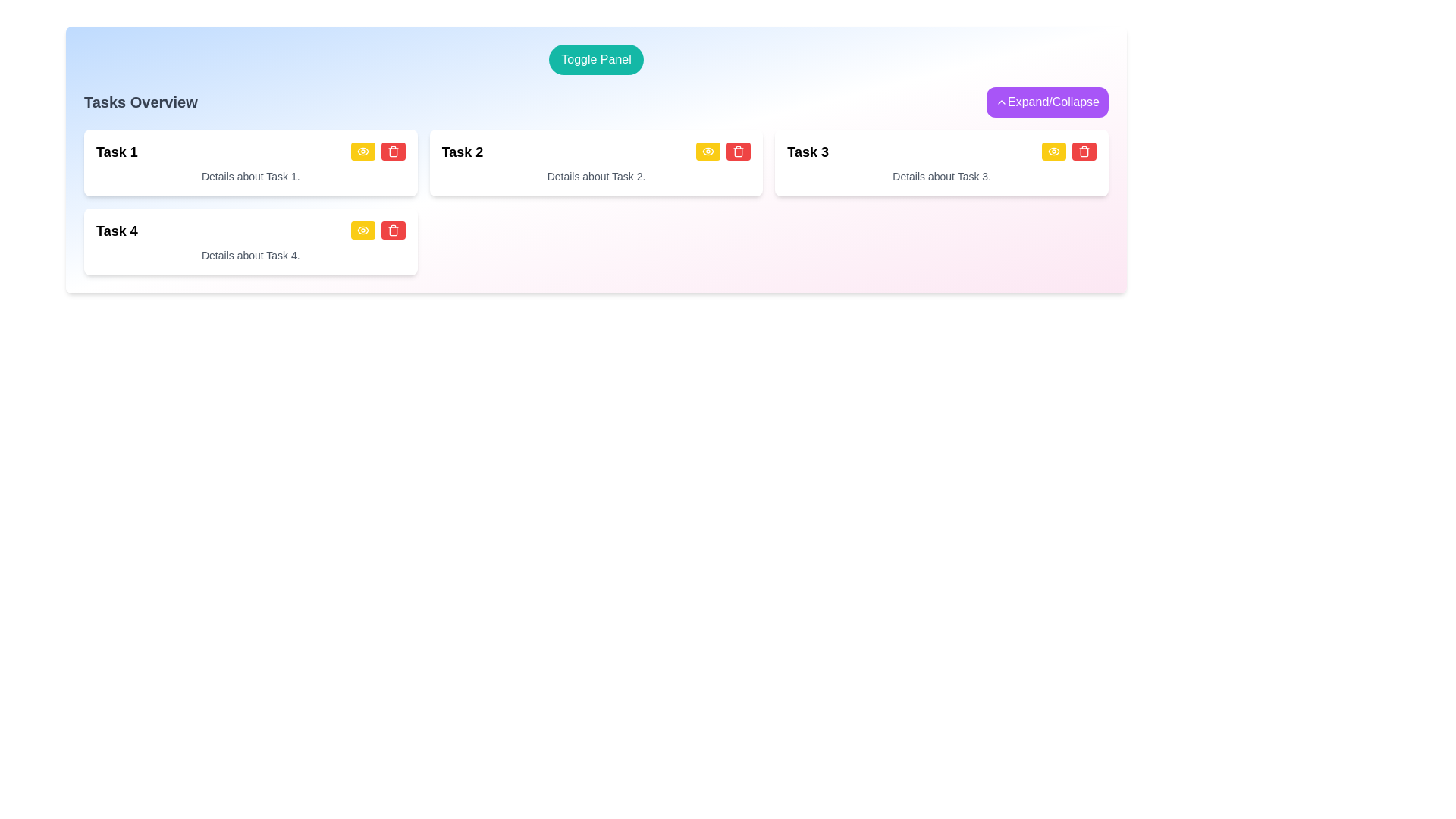  Describe the element at coordinates (393, 151) in the screenshot. I see `the second button in the group, which is positioned to the right of a yellow button with an eye icon` at that location.